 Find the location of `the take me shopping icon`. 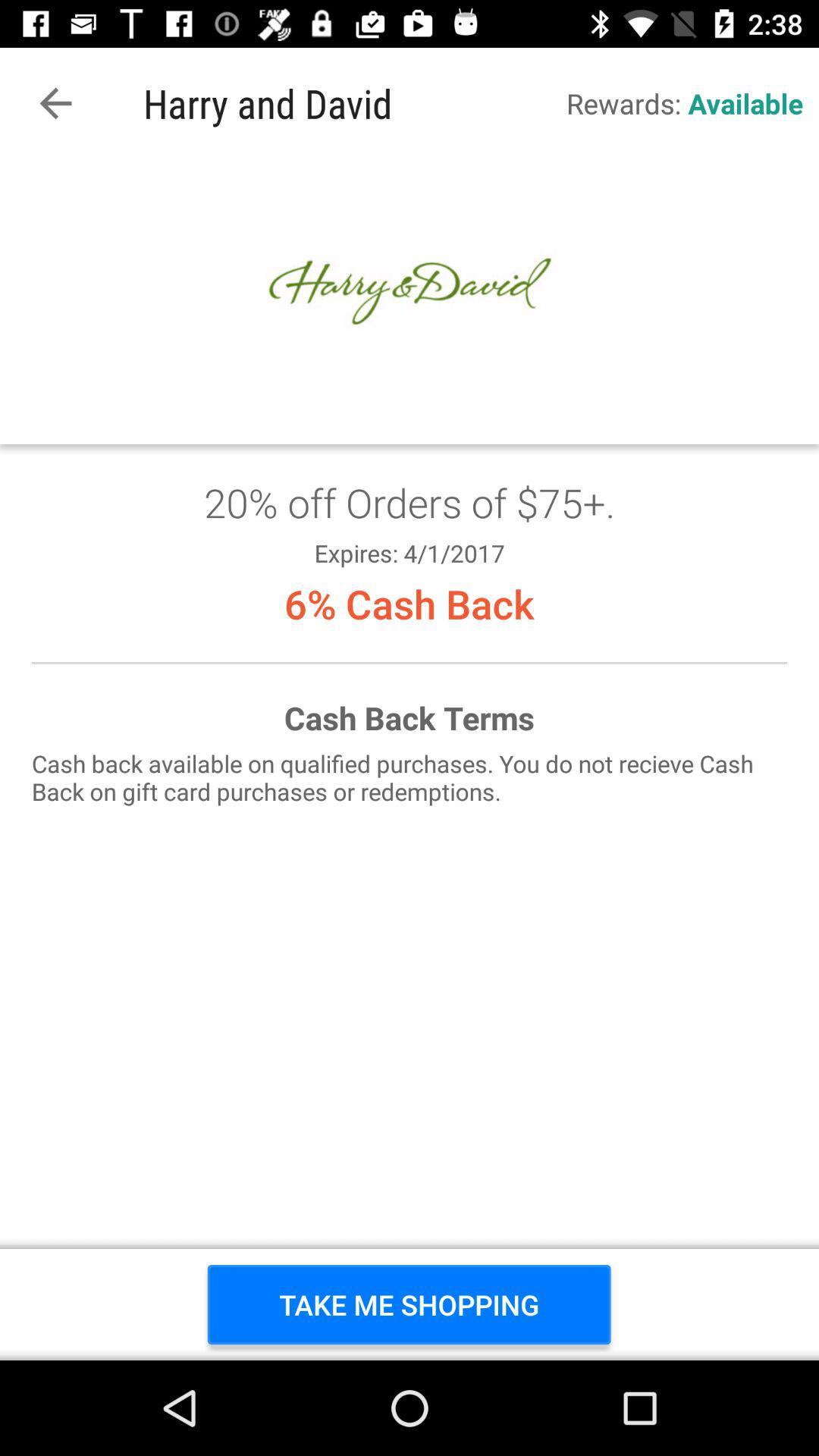

the take me shopping icon is located at coordinates (408, 1304).